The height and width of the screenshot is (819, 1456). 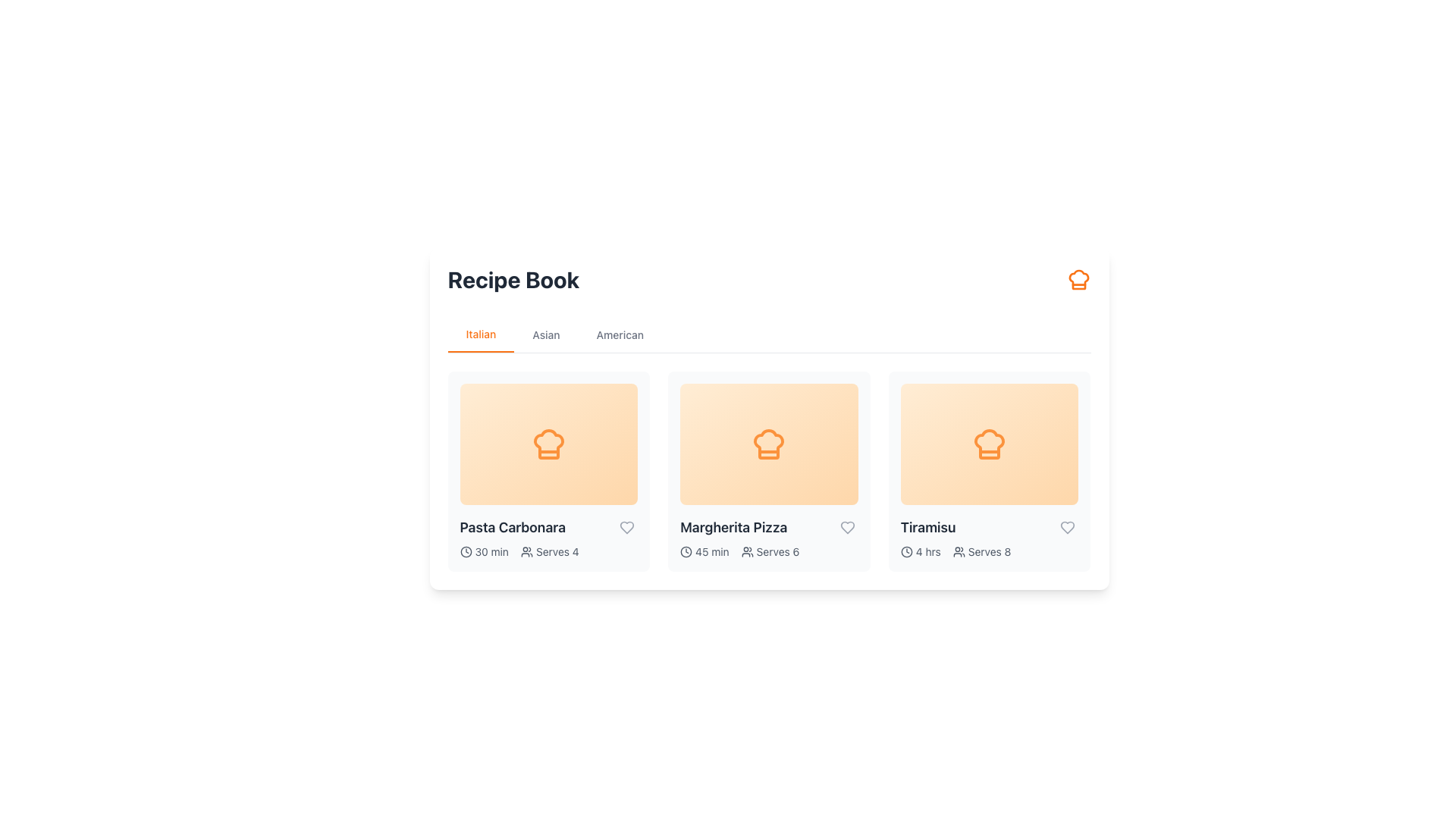 What do you see at coordinates (733, 526) in the screenshot?
I see `text of the Text Label that identifies the product as 'Margherita Pizza', located in the middle column below the orange chef icon` at bounding box center [733, 526].